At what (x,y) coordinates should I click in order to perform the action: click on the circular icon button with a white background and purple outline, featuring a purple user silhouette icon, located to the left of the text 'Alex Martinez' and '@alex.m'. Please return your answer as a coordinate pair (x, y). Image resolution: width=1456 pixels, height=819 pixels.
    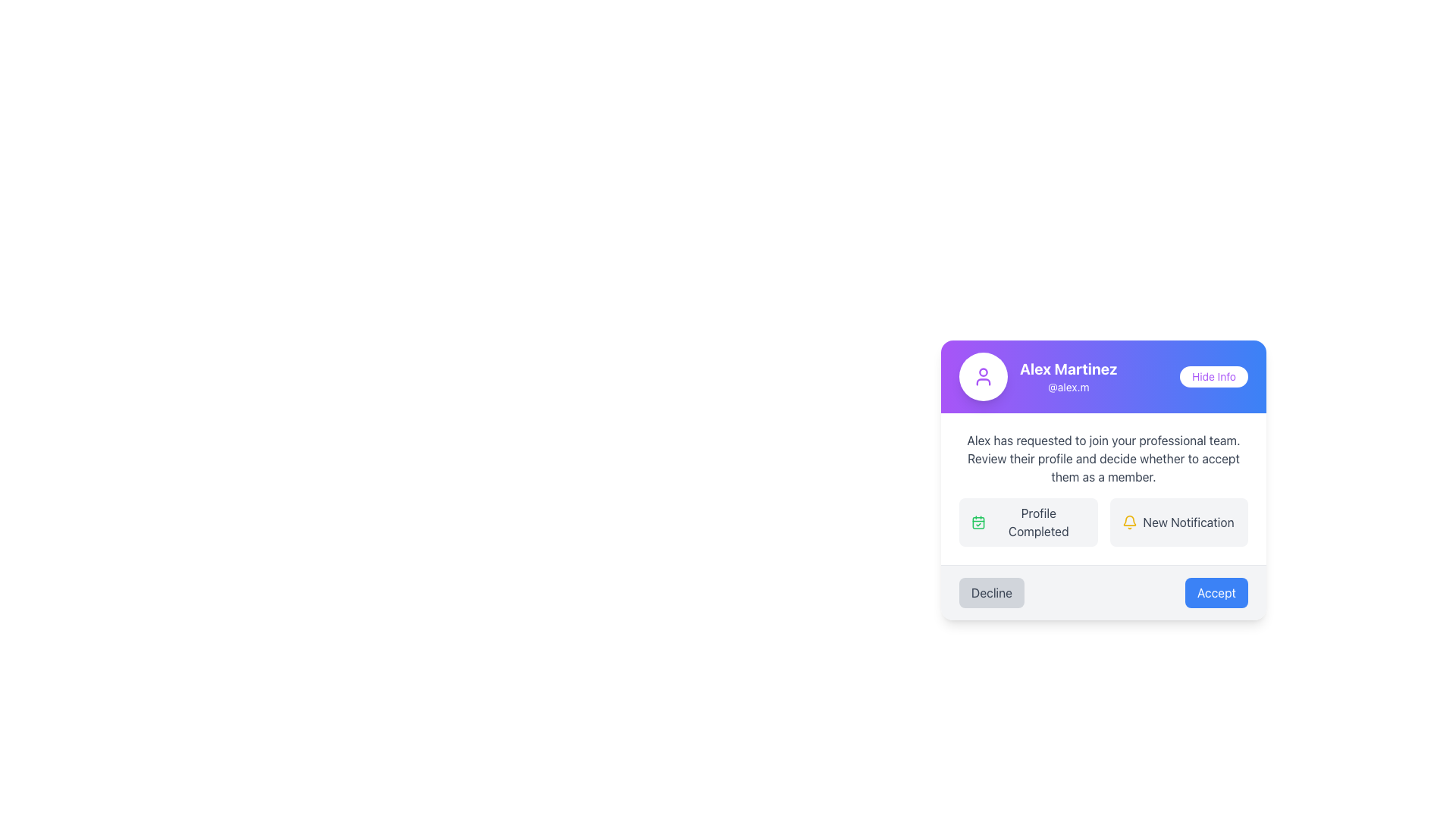
    Looking at the image, I should click on (983, 376).